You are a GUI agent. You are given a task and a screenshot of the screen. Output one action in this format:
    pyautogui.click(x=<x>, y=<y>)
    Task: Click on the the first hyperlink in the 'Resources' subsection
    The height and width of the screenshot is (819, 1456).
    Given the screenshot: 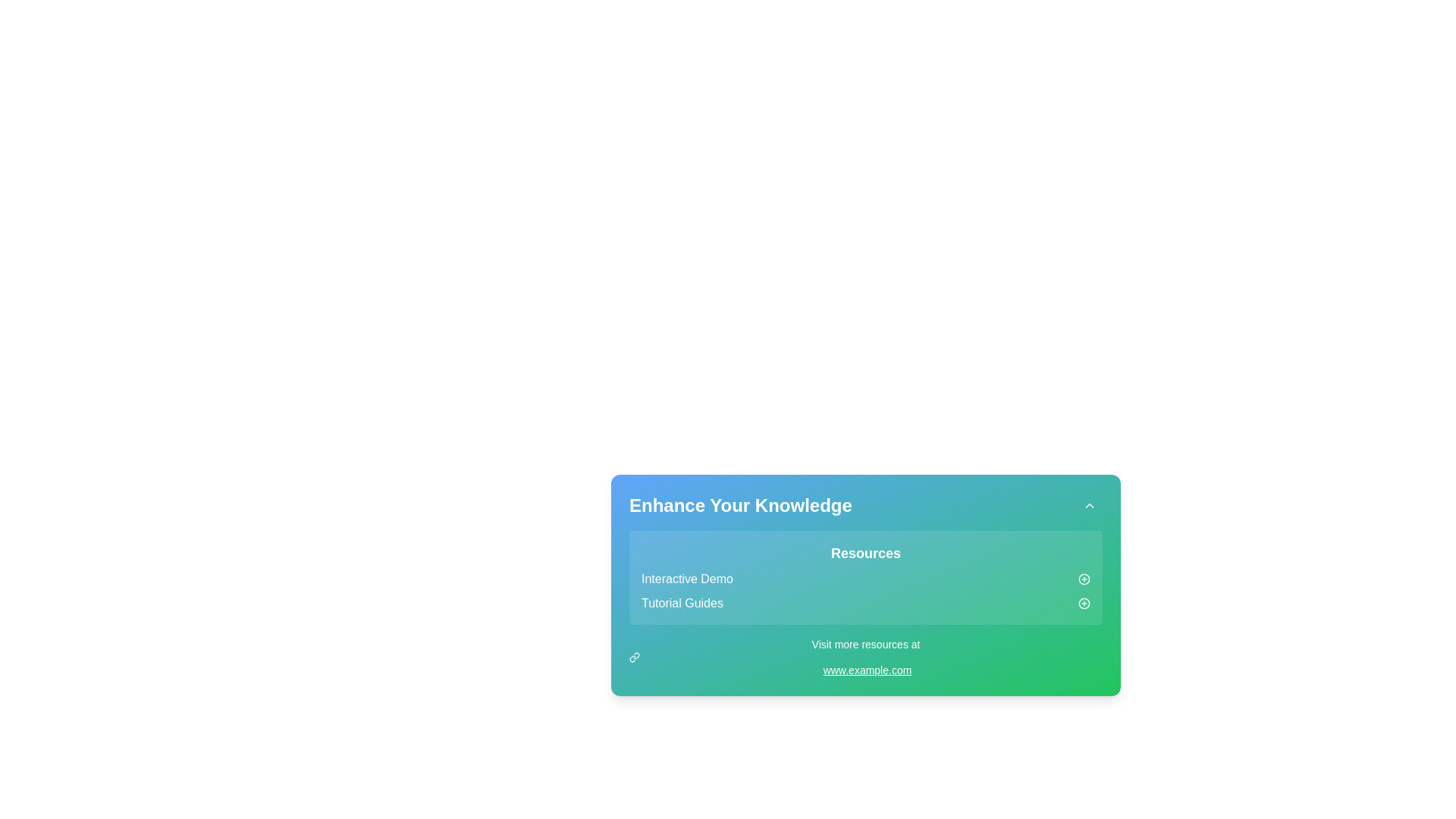 What is the action you would take?
    pyautogui.click(x=686, y=579)
    